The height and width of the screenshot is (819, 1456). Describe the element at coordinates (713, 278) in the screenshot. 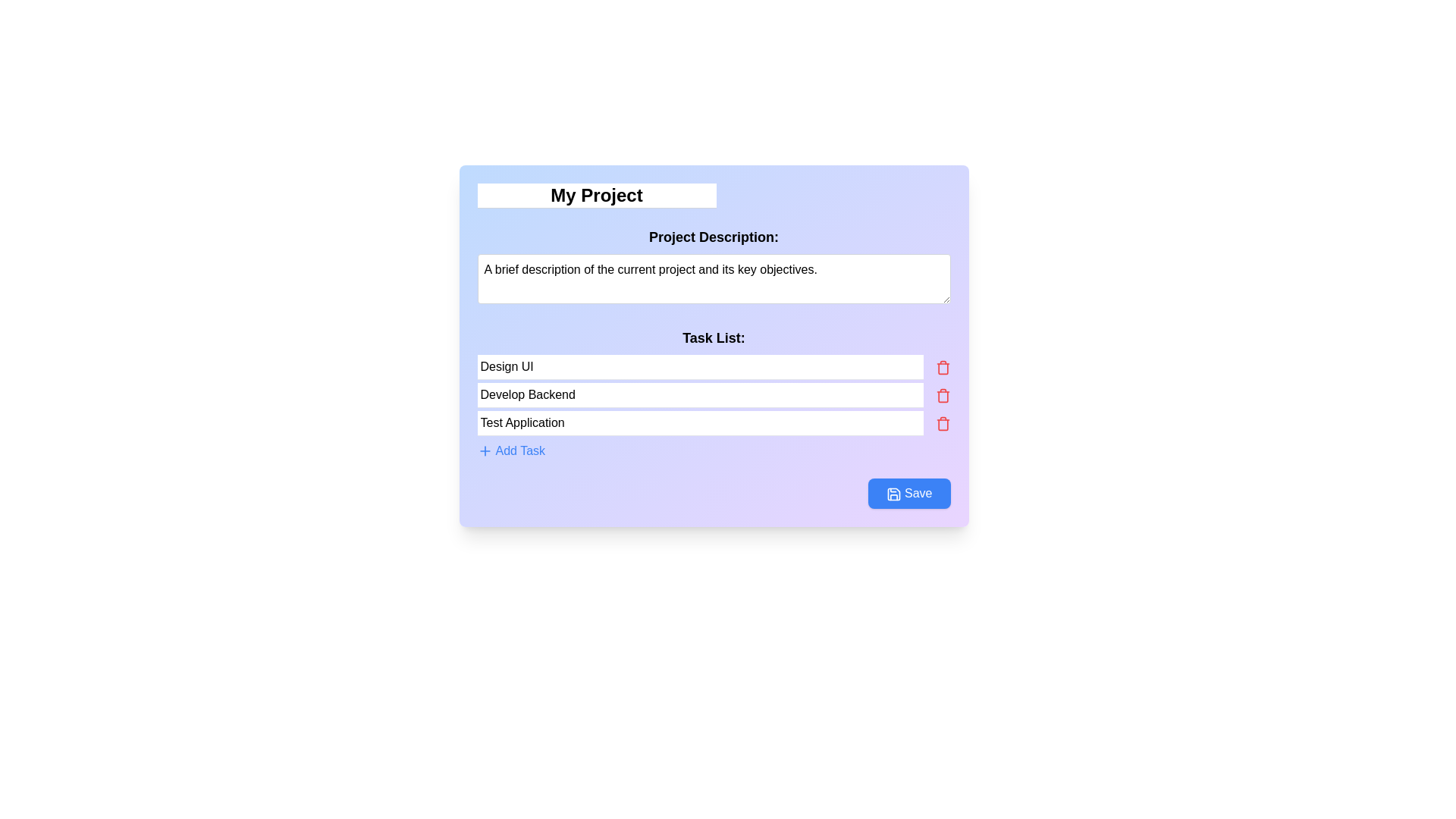

I see `the text input field located directly under the 'Project Description:' label to focus on it` at that location.